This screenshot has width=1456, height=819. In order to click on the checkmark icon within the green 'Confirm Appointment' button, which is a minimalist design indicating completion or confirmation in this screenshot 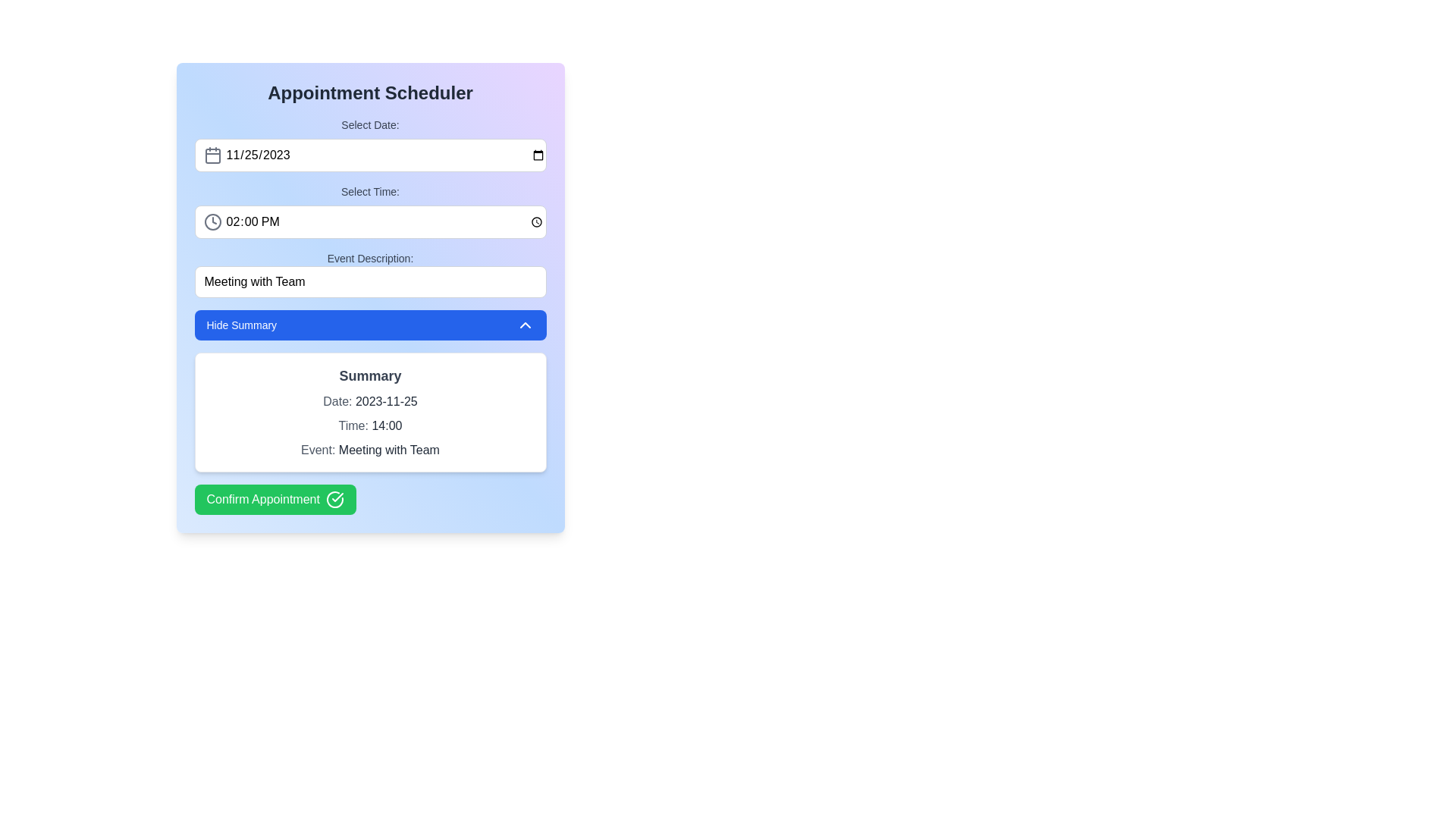, I will do `click(337, 497)`.